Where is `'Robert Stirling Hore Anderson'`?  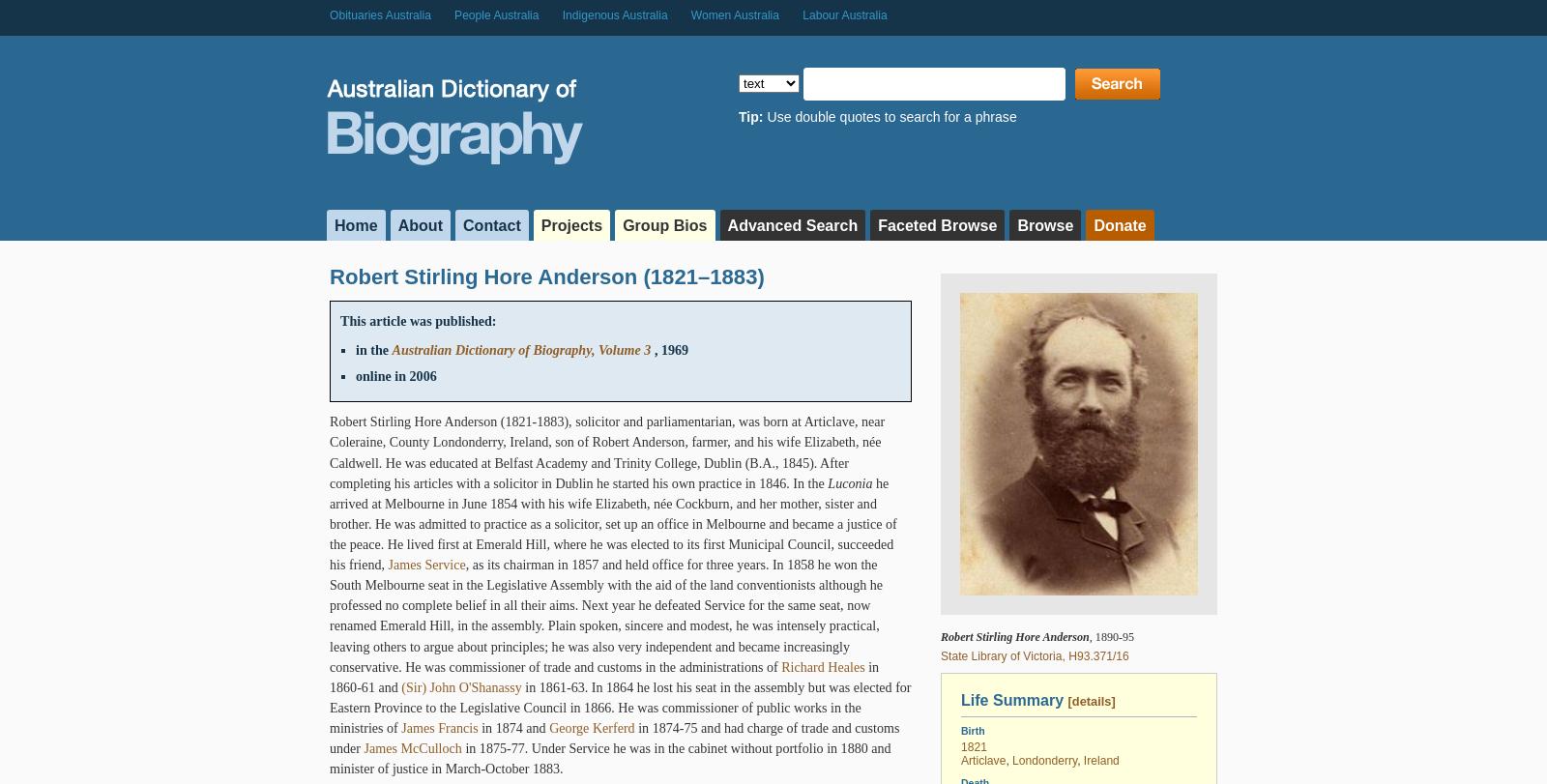 'Robert Stirling Hore Anderson' is located at coordinates (939, 636).